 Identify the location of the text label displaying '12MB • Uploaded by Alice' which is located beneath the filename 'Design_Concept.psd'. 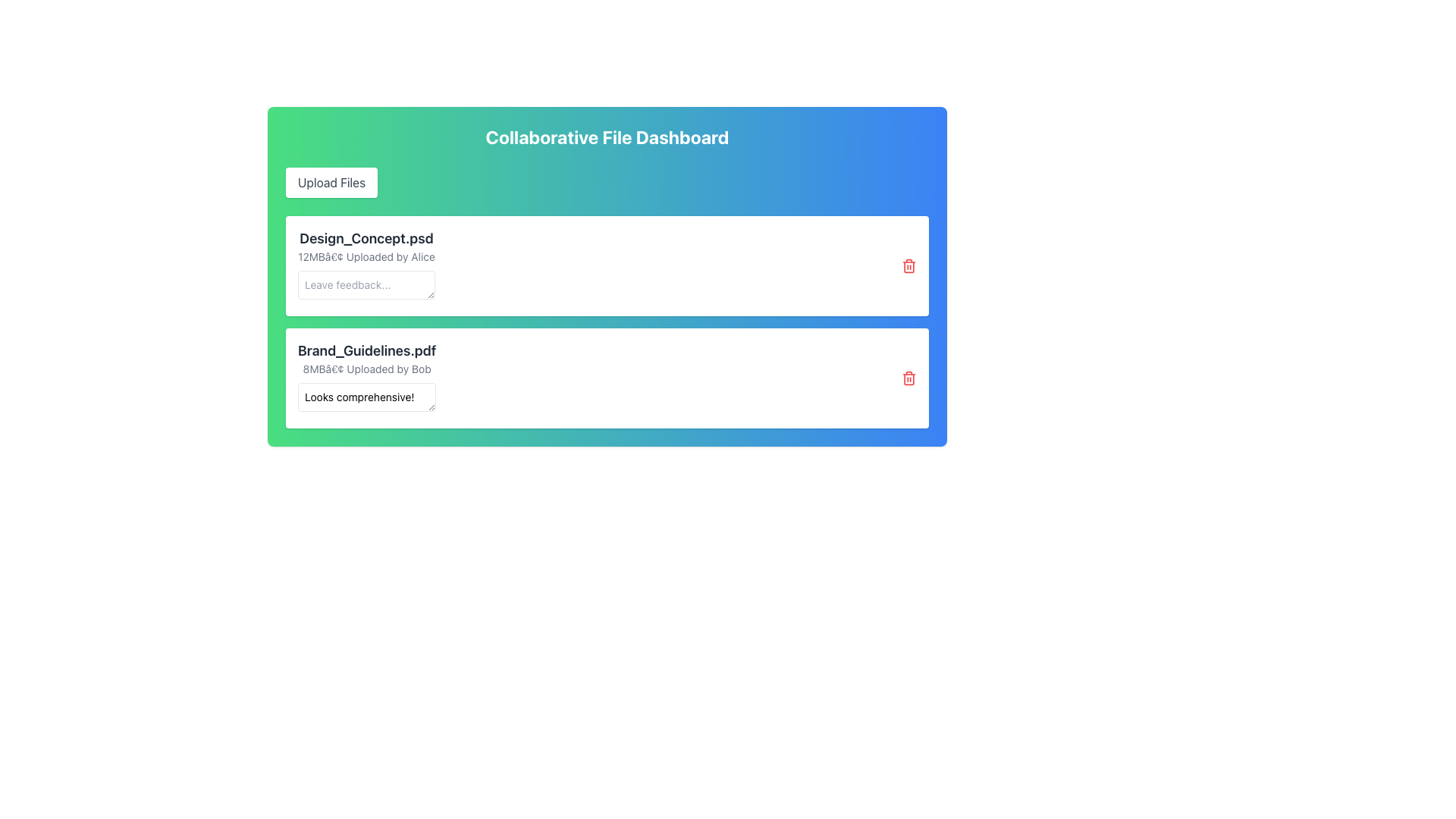
(366, 256).